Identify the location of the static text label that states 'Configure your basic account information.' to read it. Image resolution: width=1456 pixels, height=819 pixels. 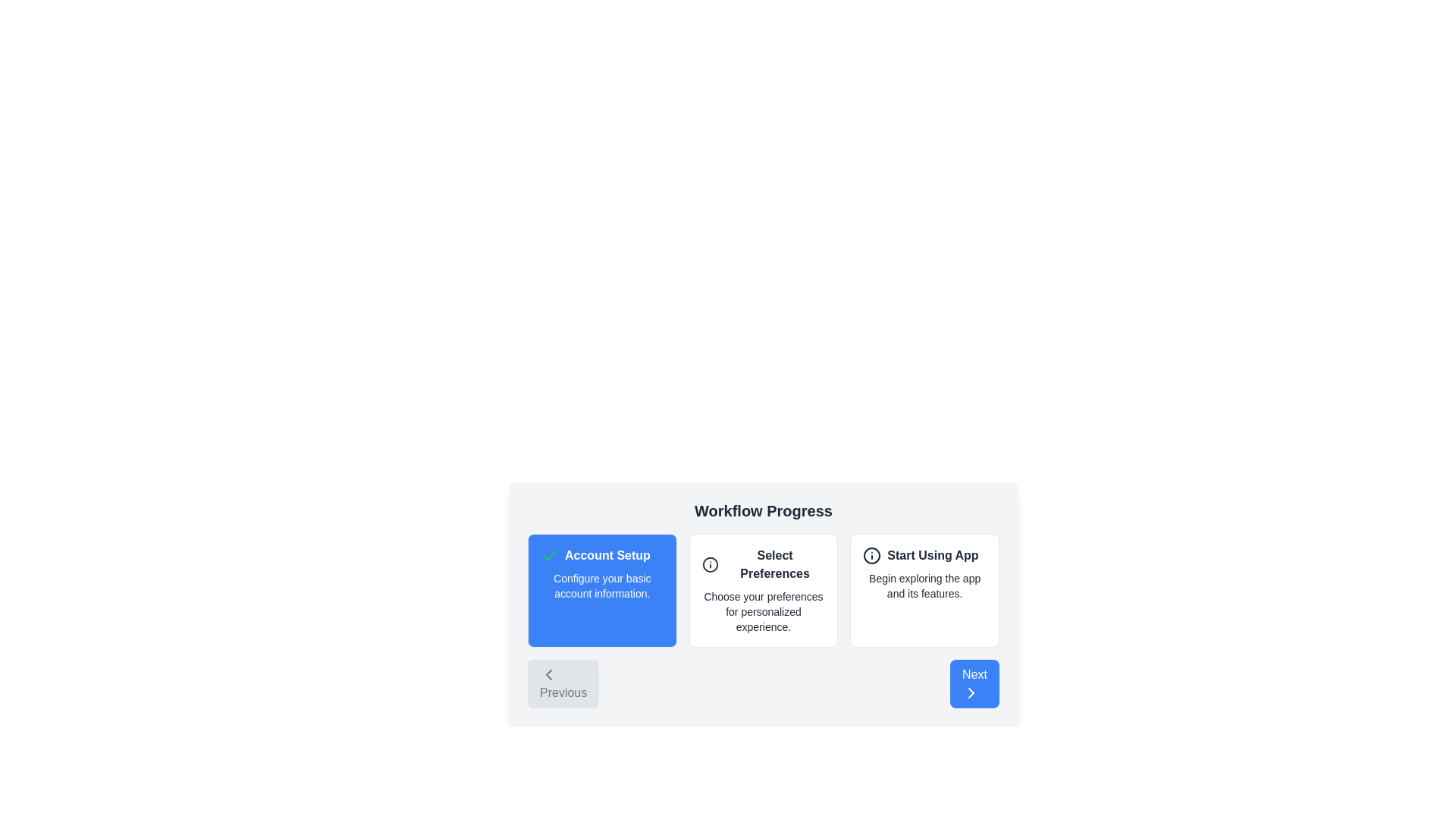
(601, 585).